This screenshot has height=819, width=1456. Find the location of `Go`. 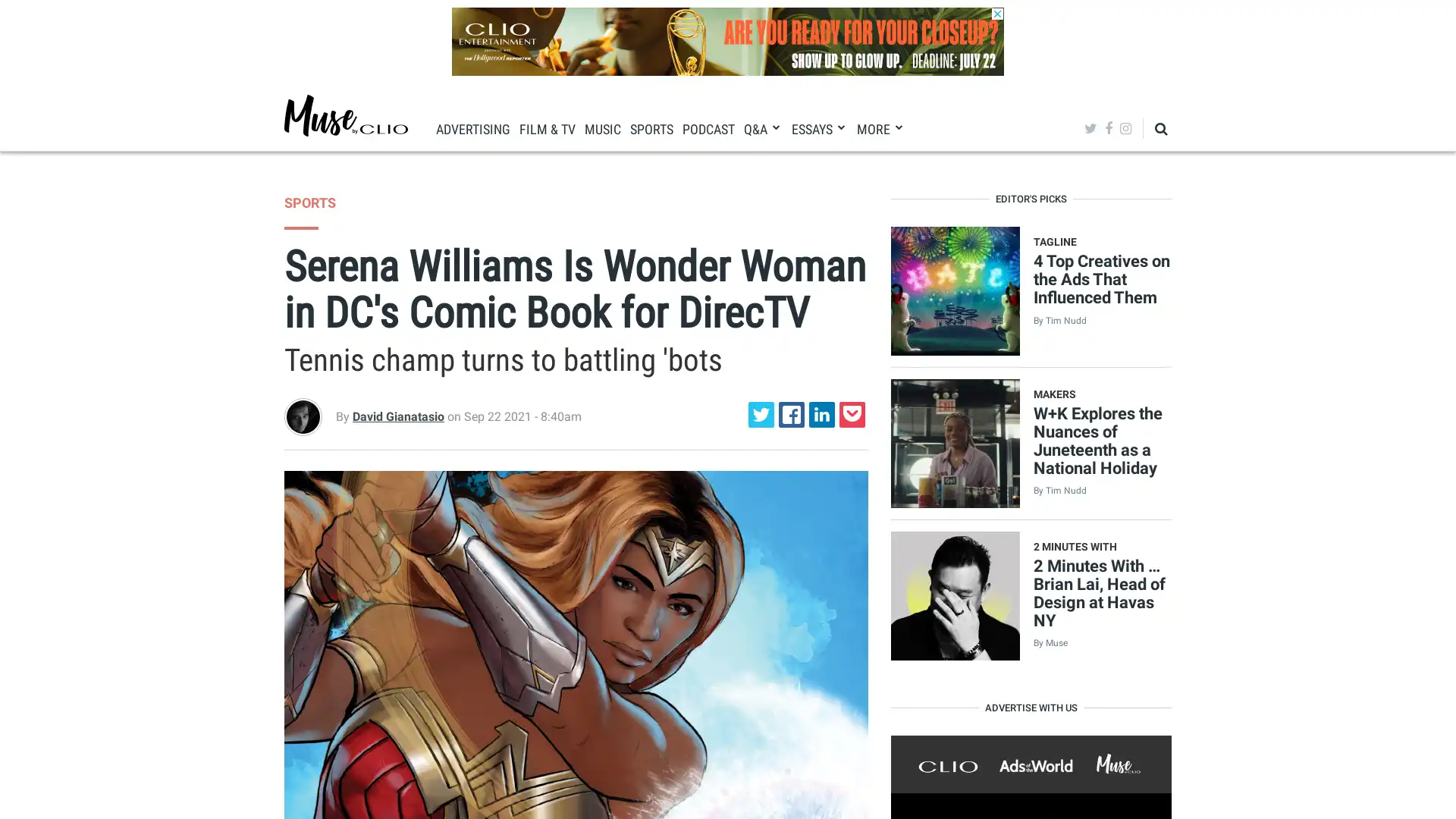

Go is located at coordinates (1124, 174).